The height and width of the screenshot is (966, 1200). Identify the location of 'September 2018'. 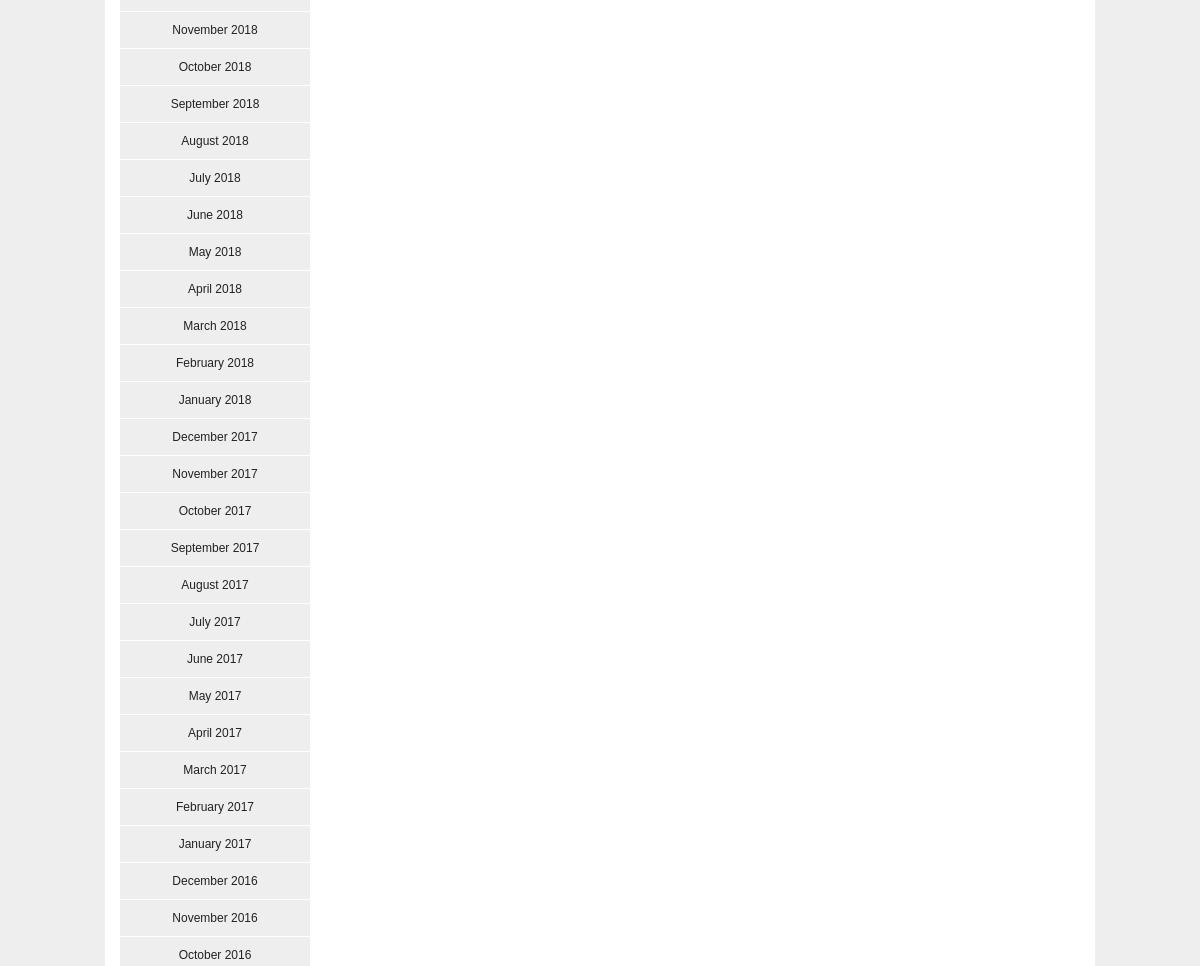
(213, 104).